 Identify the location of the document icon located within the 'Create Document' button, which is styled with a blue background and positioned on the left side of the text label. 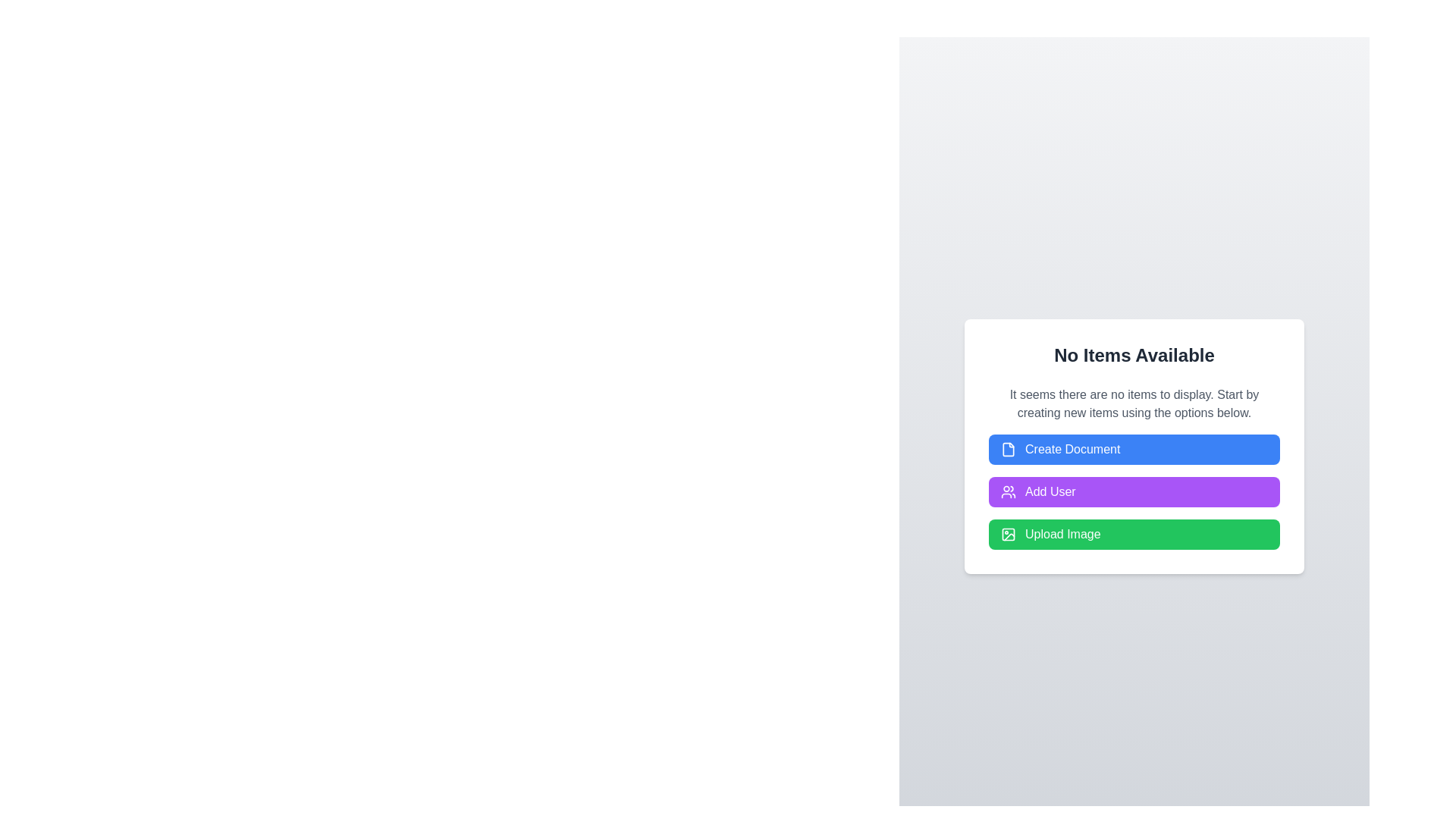
(1008, 449).